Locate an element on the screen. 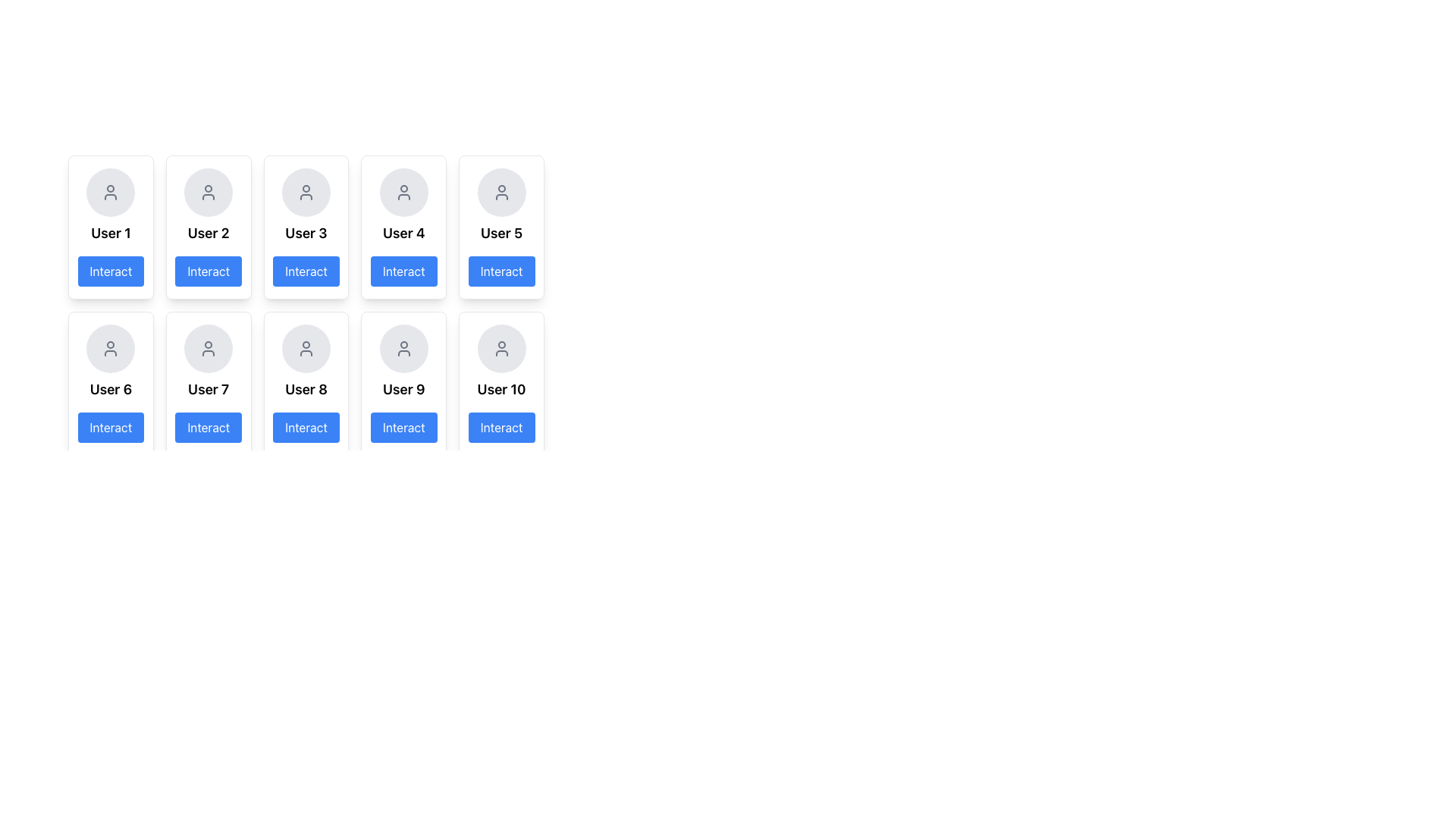 This screenshot has width=1456, height=819. the user profile summary card that contains an avatar icon, a text label, and an 'Interact' button, which is the second element in the top row of the grid layout is located at coordinates (208, 227).